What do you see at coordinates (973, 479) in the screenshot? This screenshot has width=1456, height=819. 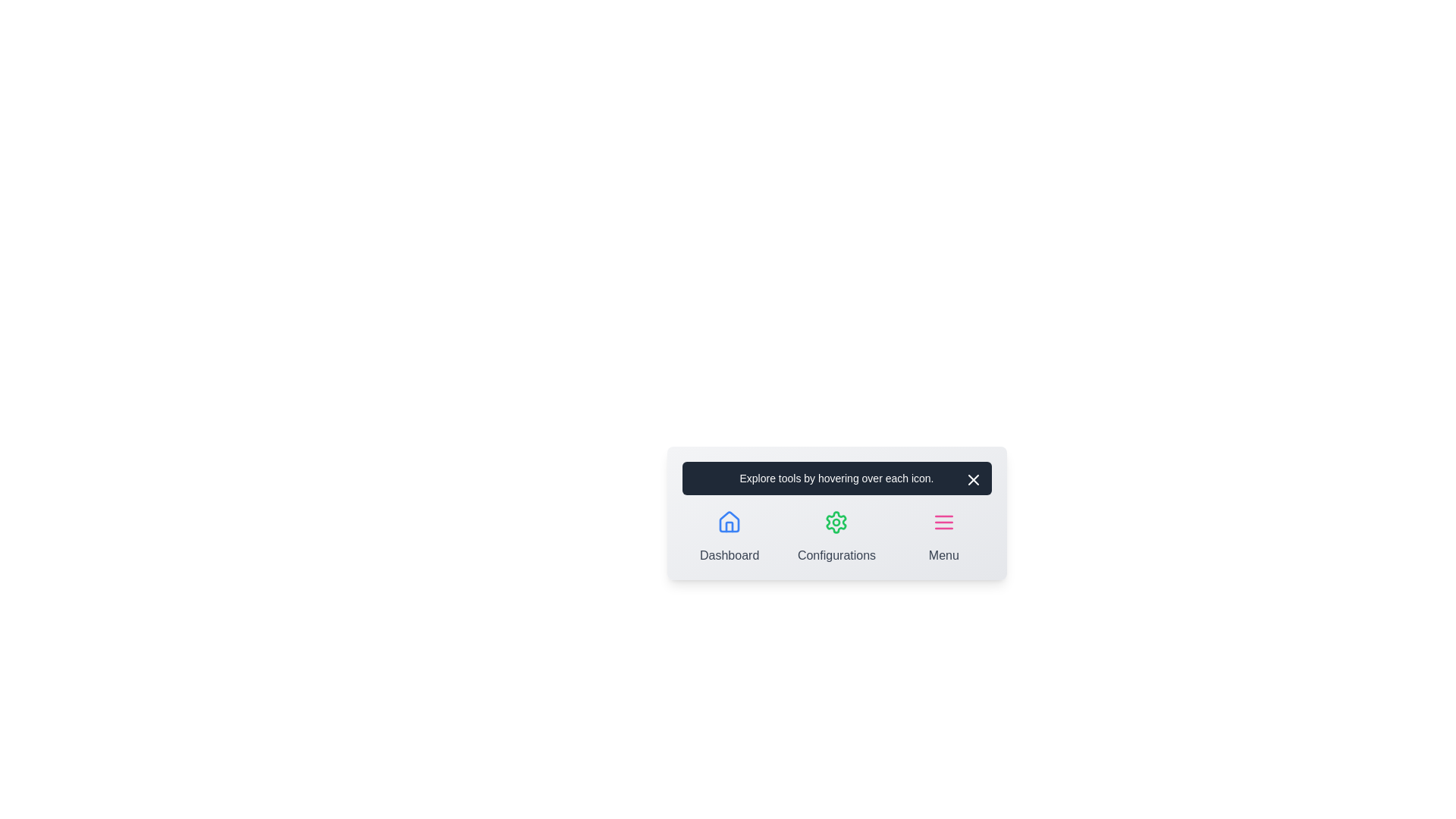 I see `the 'X' icon in the upper-right corner of the tooltip box to change its color to a lighter gray` at bounding box center [973, 479].